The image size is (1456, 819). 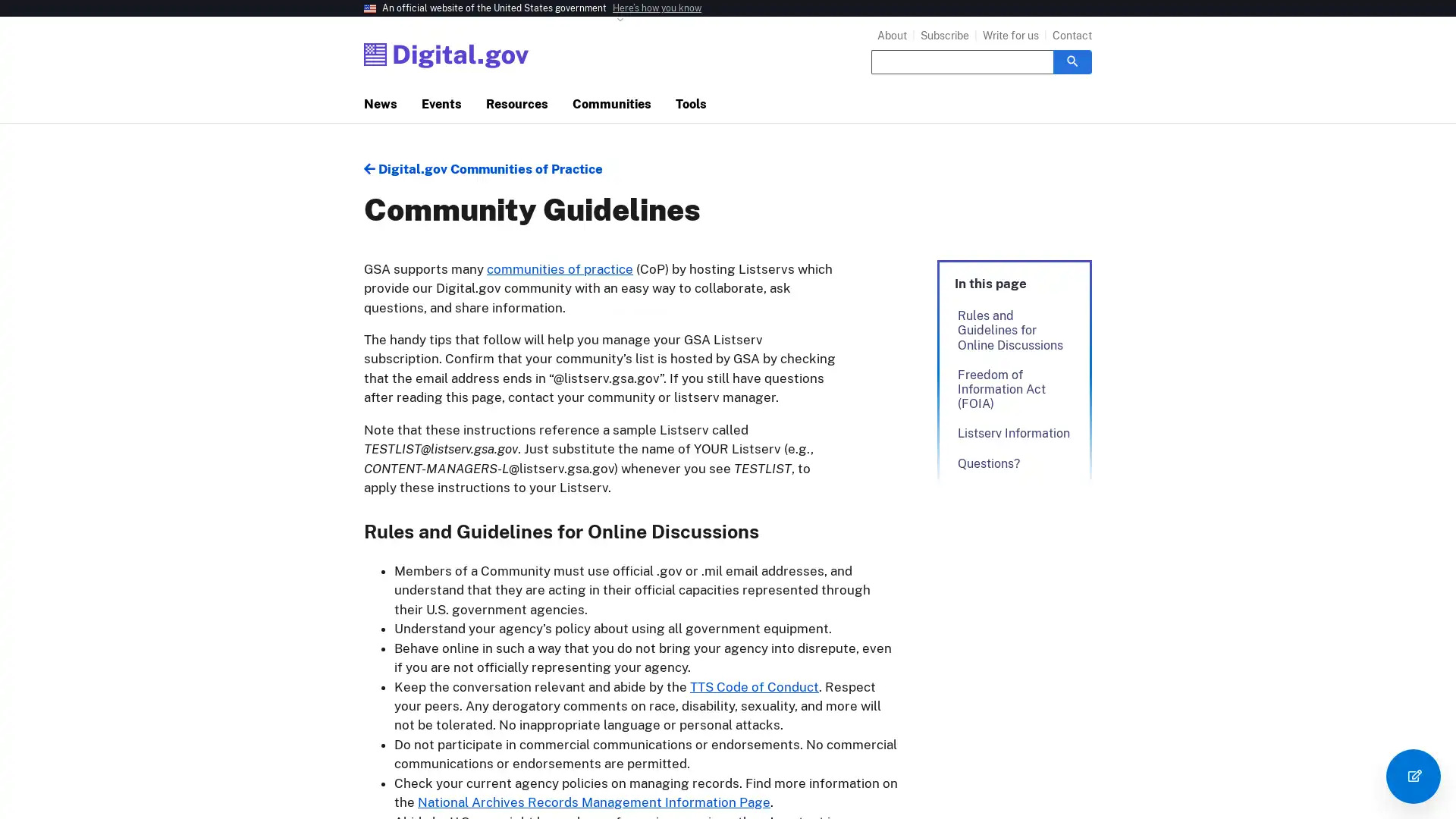 I want to click on edit, so click(x=1412, y=776).